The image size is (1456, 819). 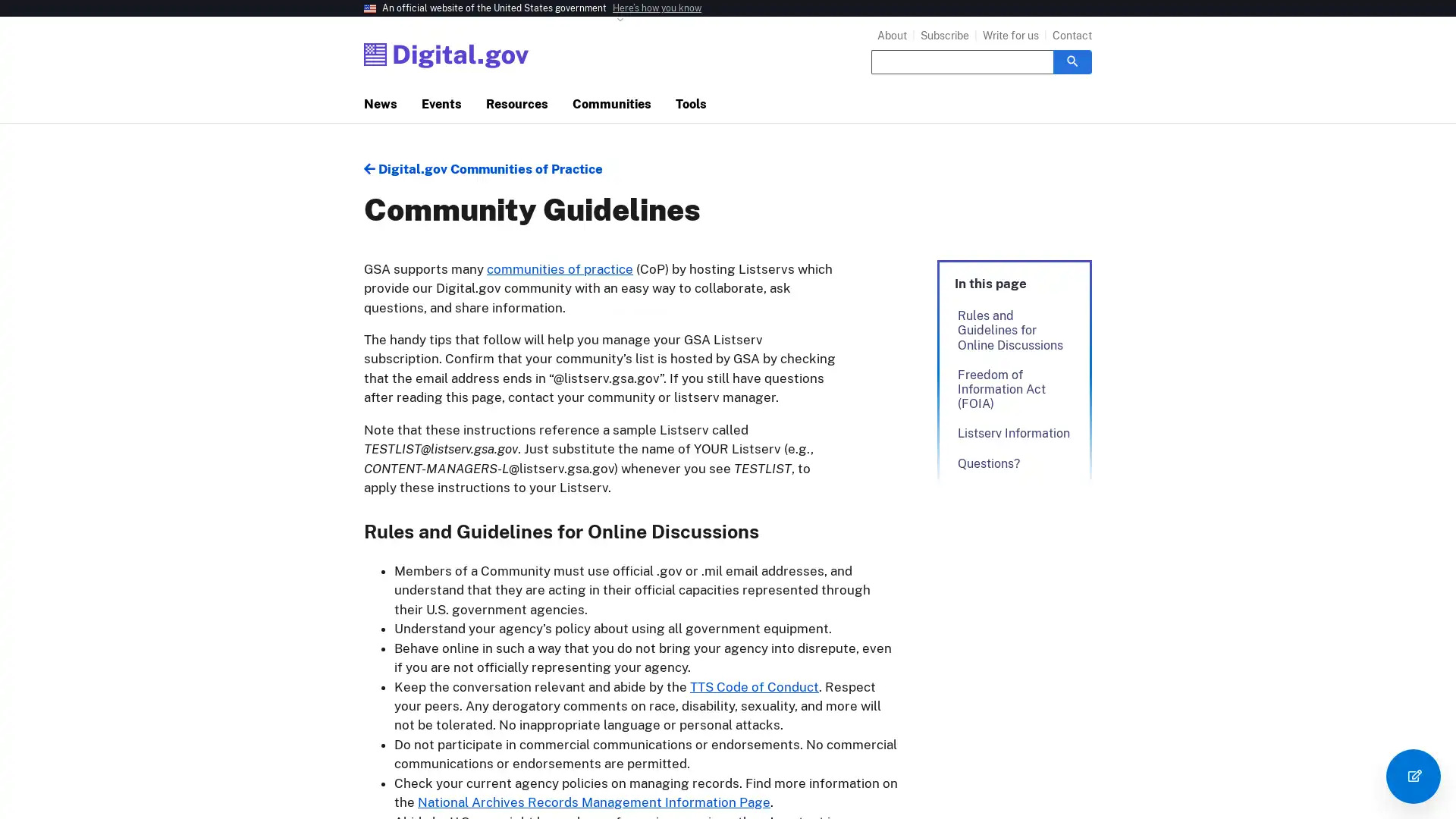 I want to click on edit, so click(x=1412, y=776).